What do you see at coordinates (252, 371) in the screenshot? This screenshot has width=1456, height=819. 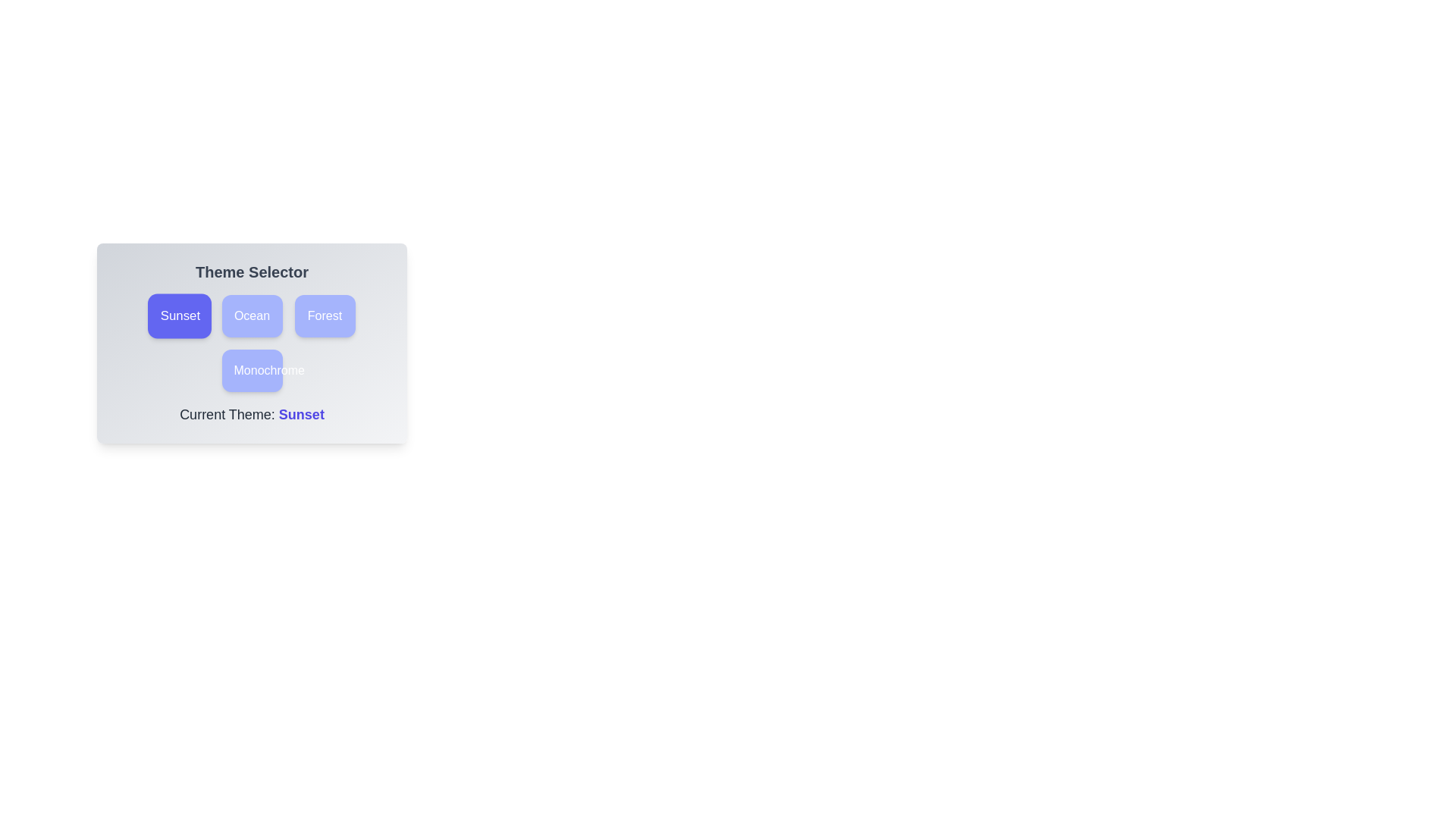 I see `the theme button labeled Monochrome` at bounding box center [252, 371].